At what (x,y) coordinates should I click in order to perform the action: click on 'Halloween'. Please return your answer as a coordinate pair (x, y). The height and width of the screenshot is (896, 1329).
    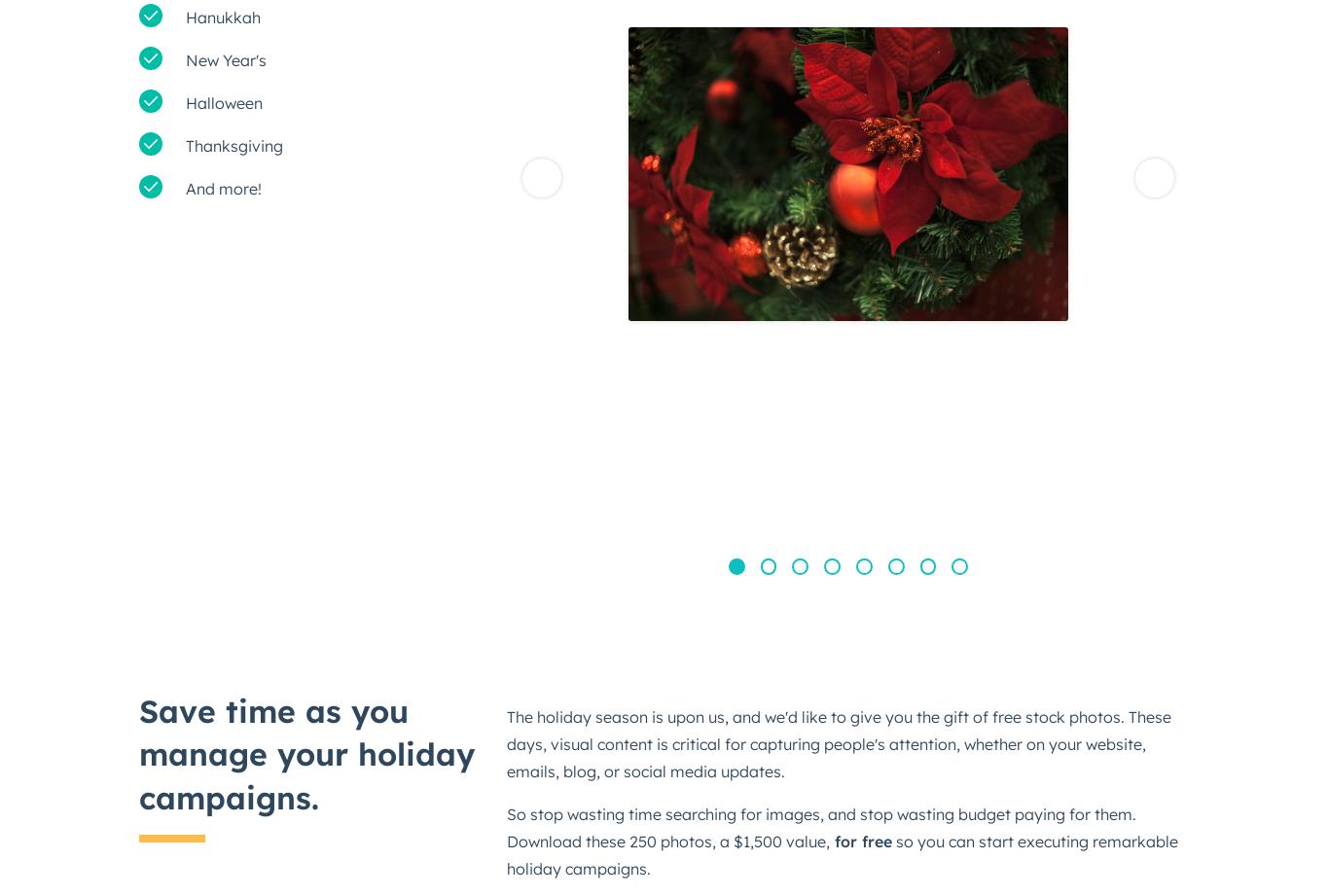
    Looking at the image, I should click on (224, 101).